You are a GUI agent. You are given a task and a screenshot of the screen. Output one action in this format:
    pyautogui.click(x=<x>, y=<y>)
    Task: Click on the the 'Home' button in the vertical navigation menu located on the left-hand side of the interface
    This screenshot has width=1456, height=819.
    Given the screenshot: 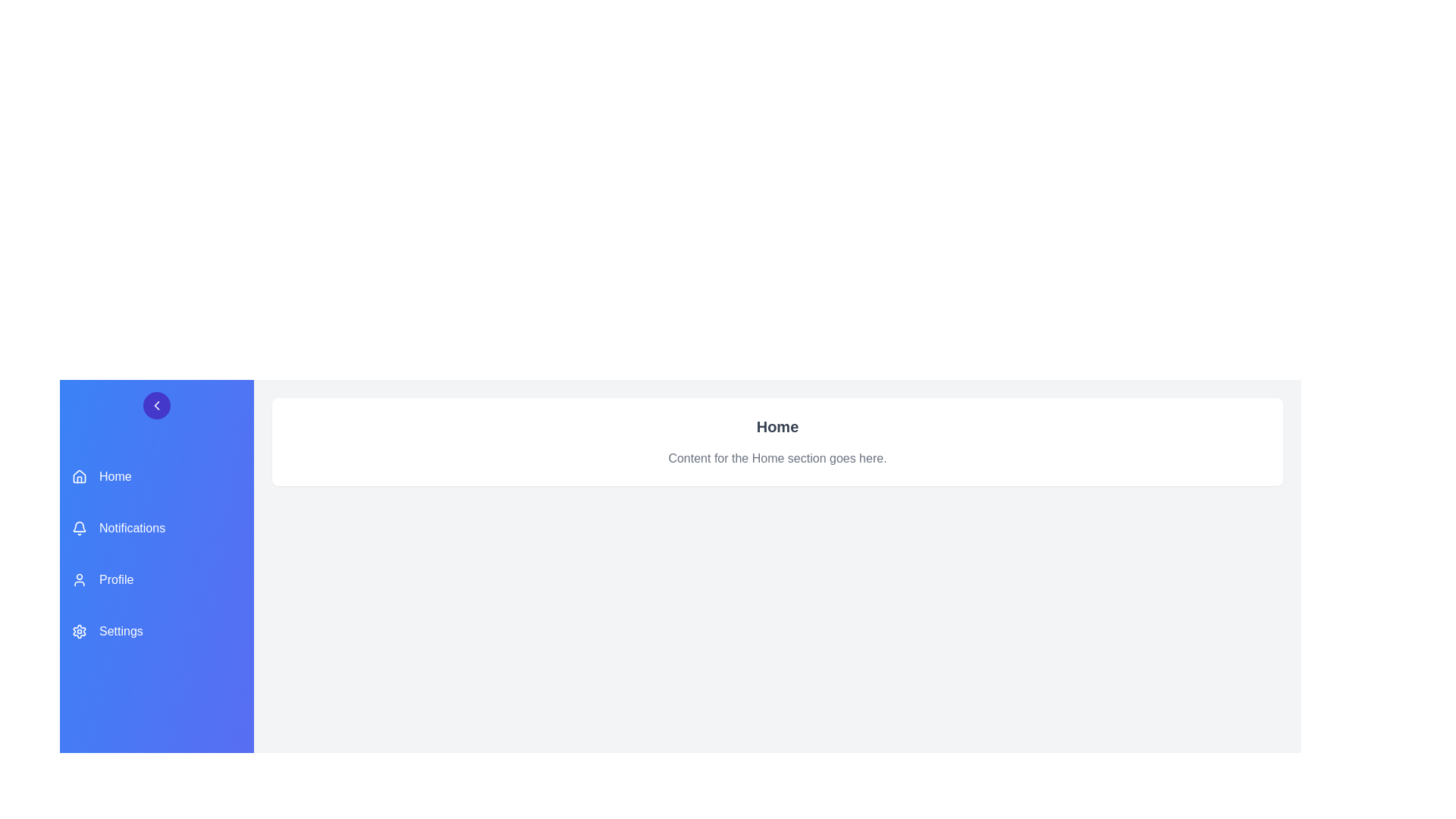 What is the action you would take?
    pyautogui.click(x=156, y=475)
    